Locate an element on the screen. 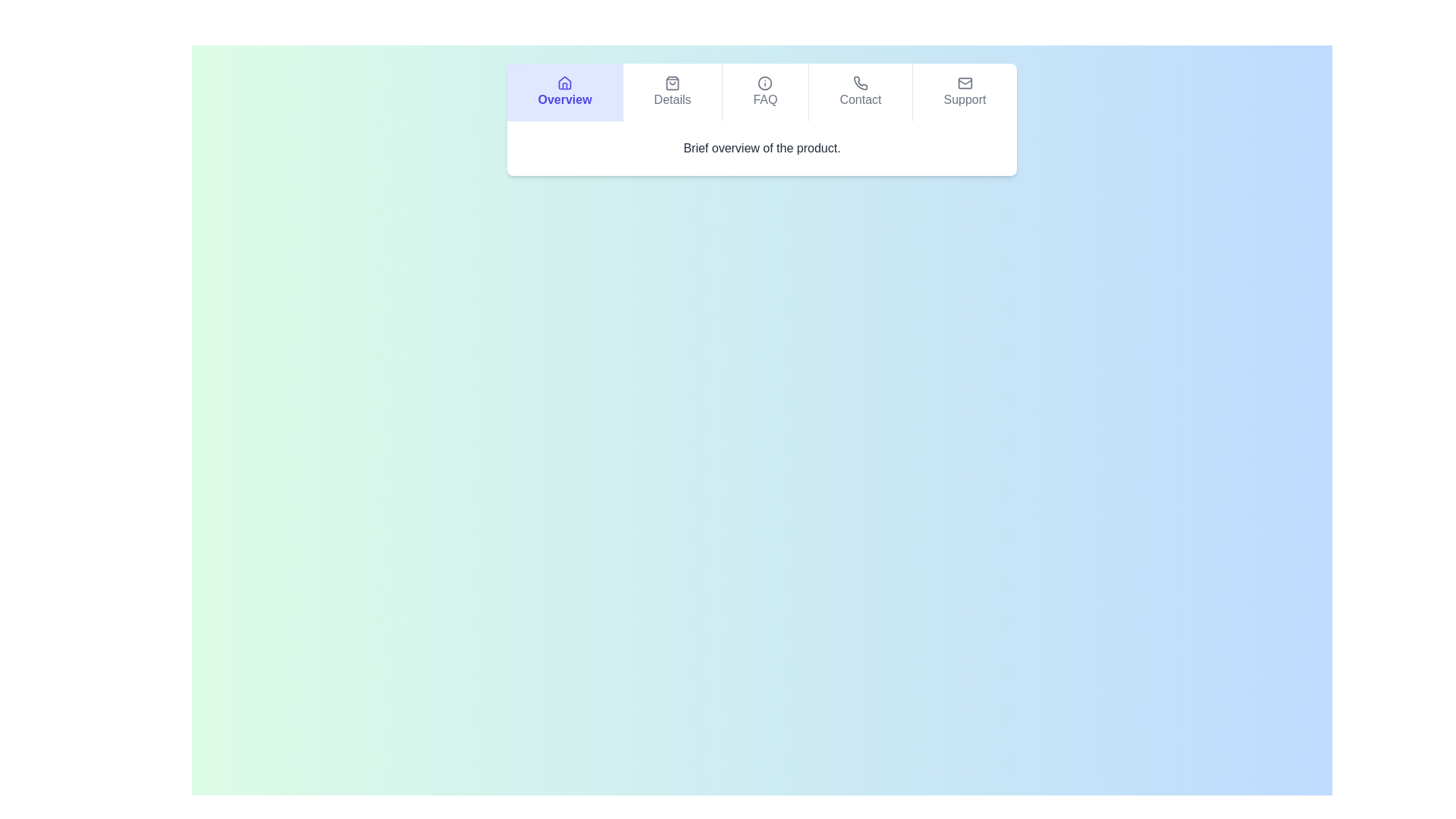 The width and height of the screenshot is (1456, 819). the Overview tab to view its content is located at coordinates (563, 93).